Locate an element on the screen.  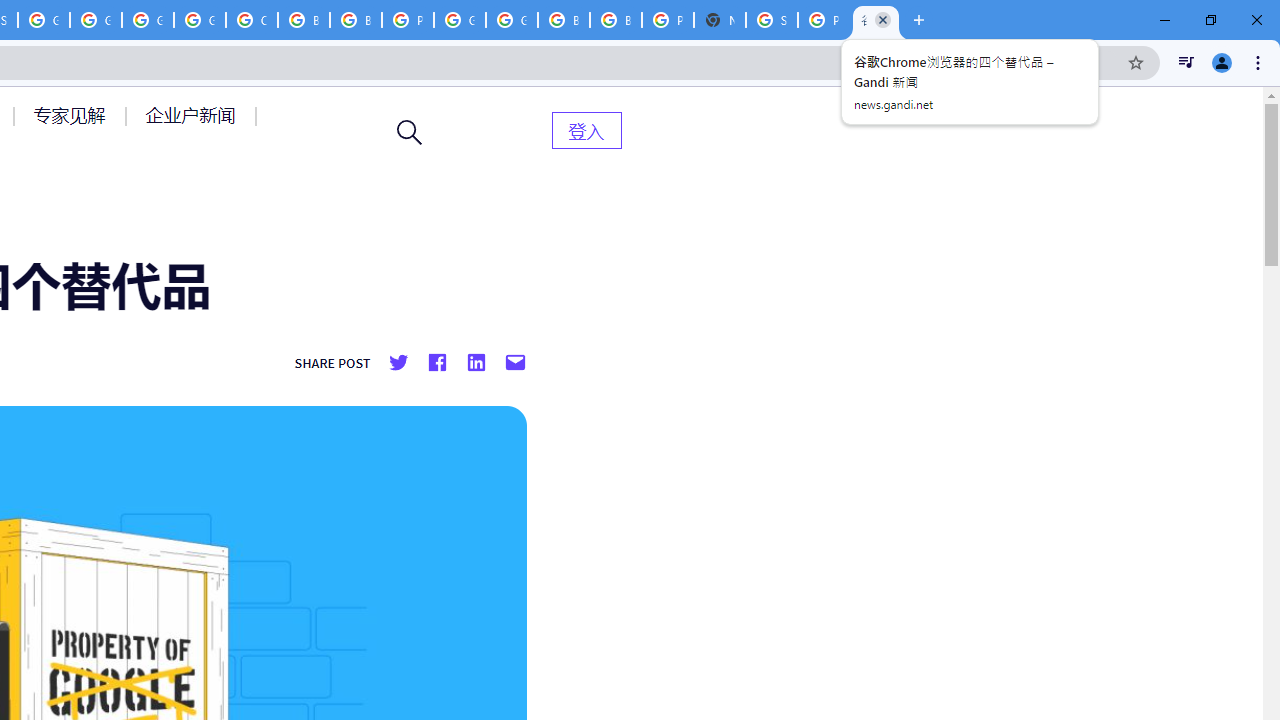
'AutomationID: menu-item-82399' is located at coordinates (585, 129).